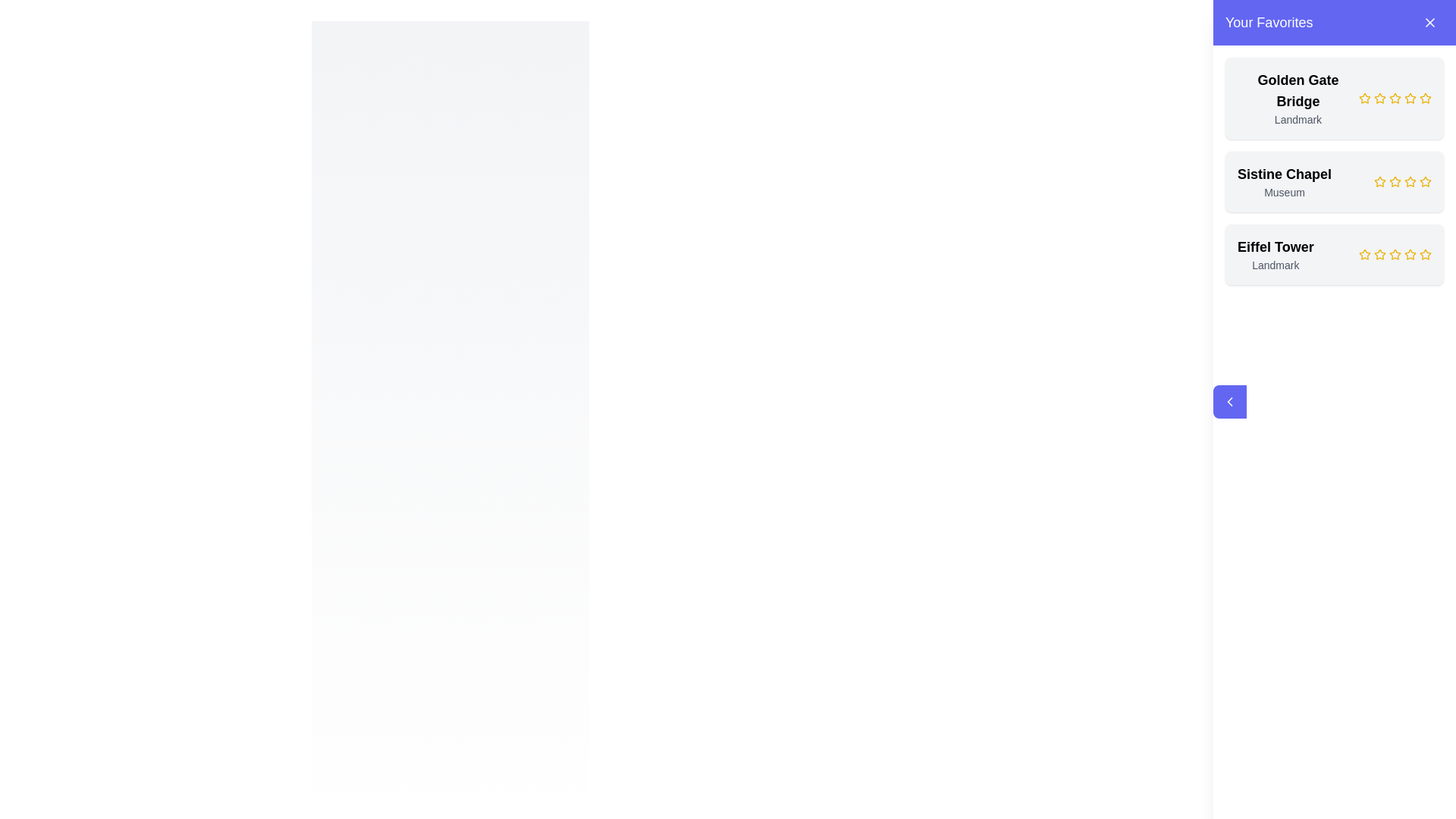  Describe the element at coordinates (1364, 97) in the screenshot. I see `the first rating star icon next to the 'Golden Gate Bridge' title to rate it` at that location.